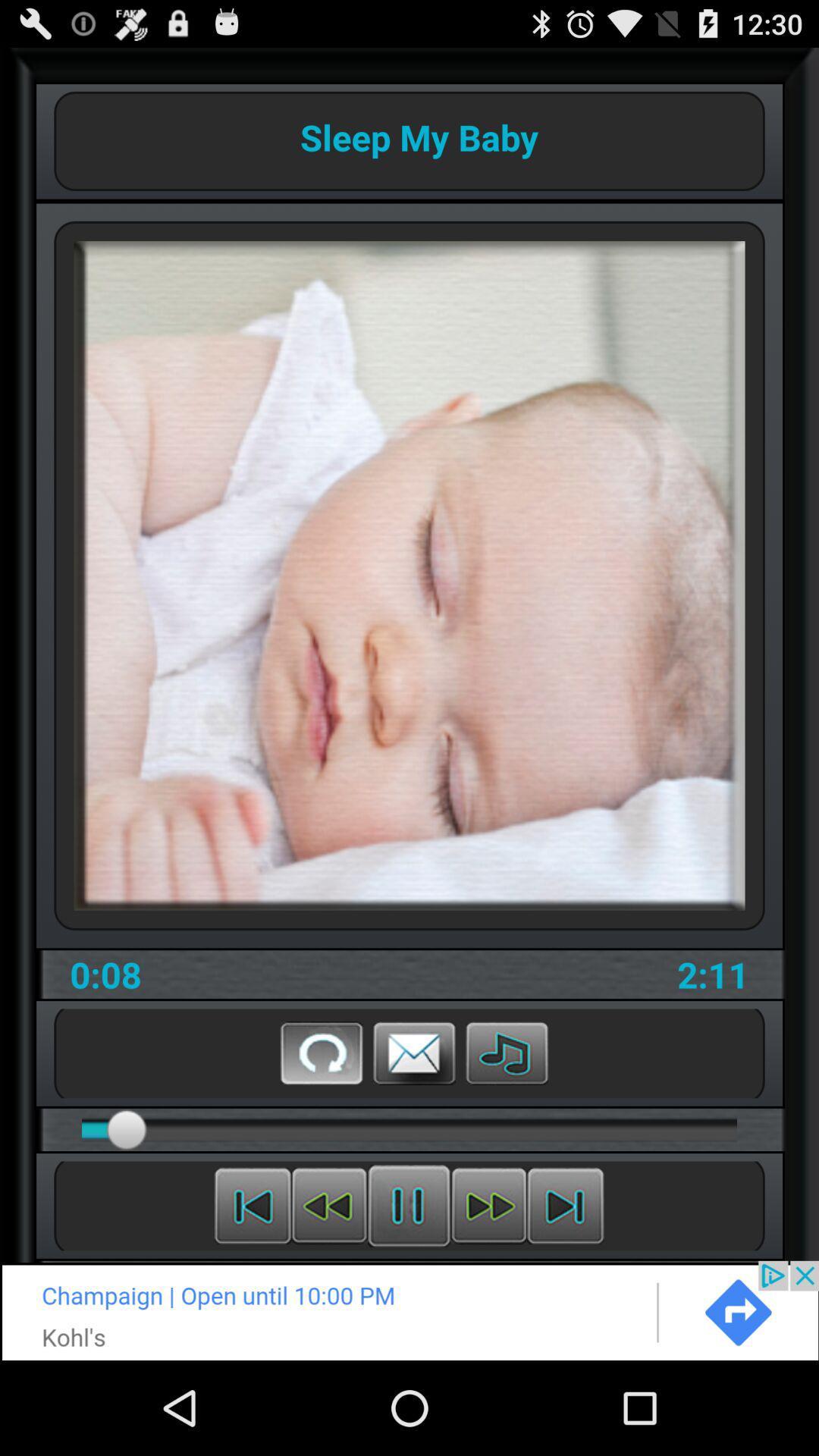  I want to click on the av_forward icon, so click(488, 1290).